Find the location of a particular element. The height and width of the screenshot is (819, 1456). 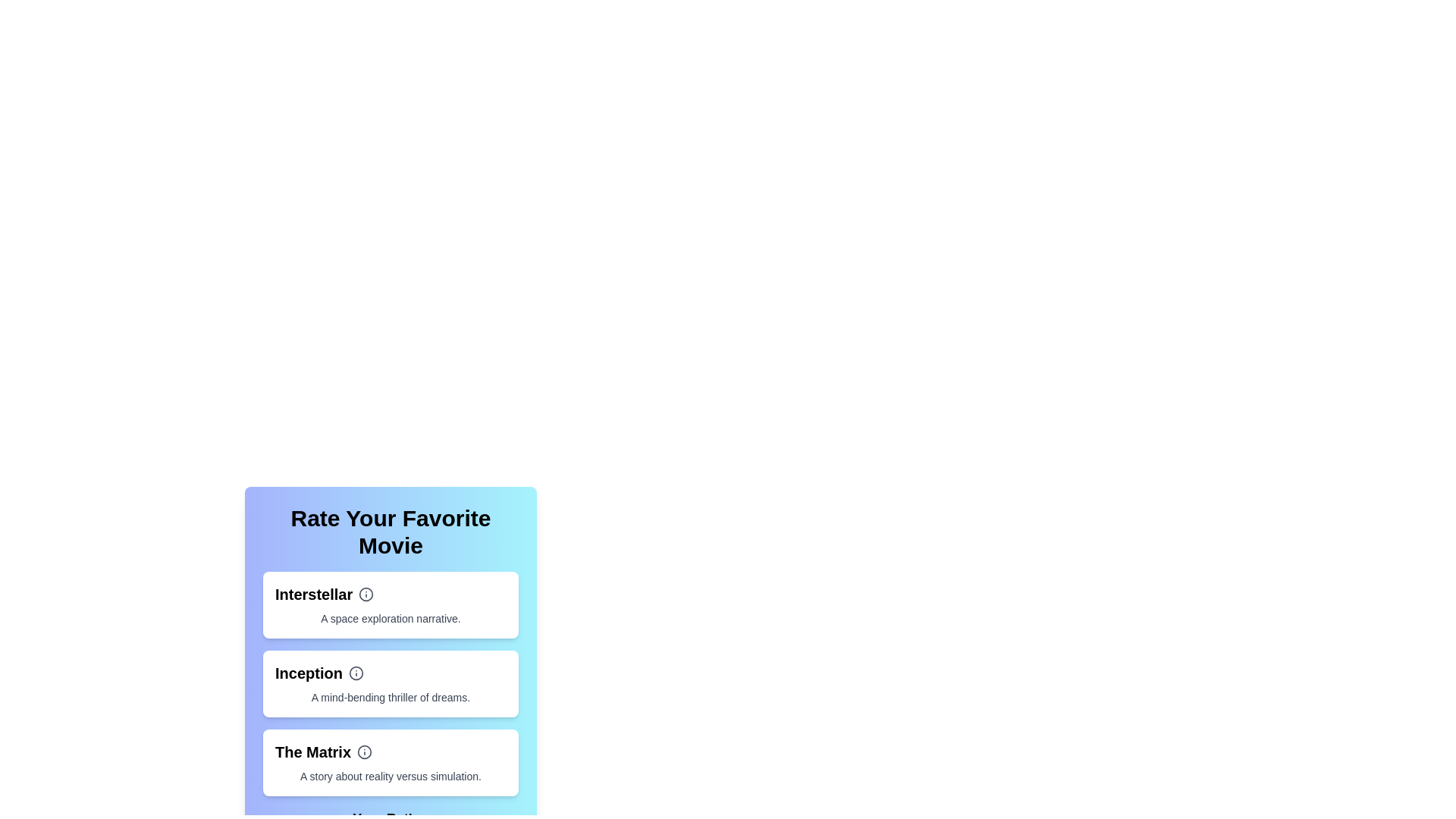

text label that says 'A space exploration narrative.' located under the 'Interstellar' heading in a small, gray font is located at coordinates (391, 619).